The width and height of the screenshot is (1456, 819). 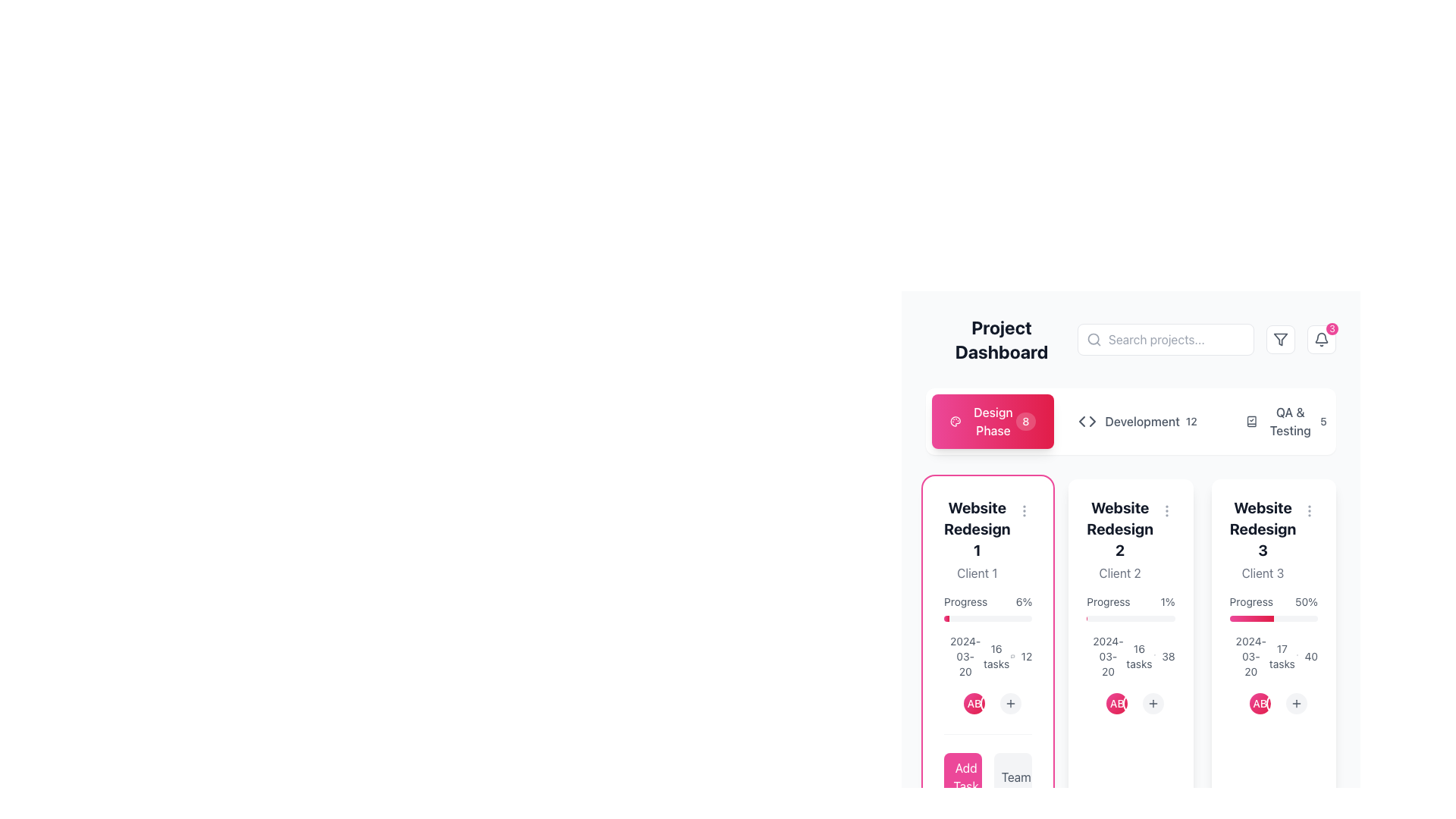 I want to click on the text block titled 'Website Redesign 1' and subheading 'Client 1' located in the upper left section of the dashboard under the 'Design Phase' section, so click(x=988, y=539).